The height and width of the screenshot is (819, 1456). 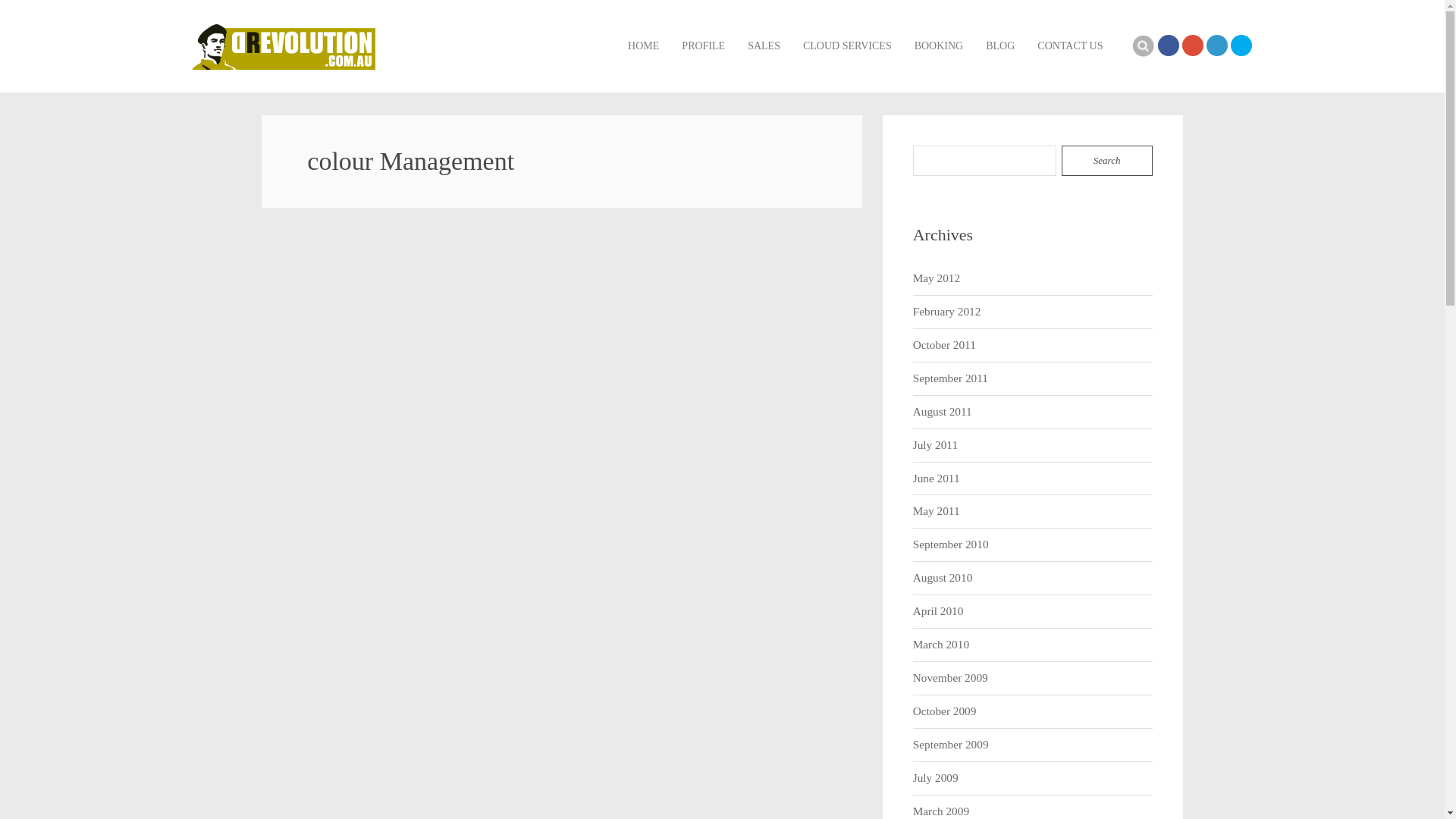 What do you see at coordinates (1216, 45) in the screenshot?
I see `'Linkedin'` at bounding box center [1216, 45].